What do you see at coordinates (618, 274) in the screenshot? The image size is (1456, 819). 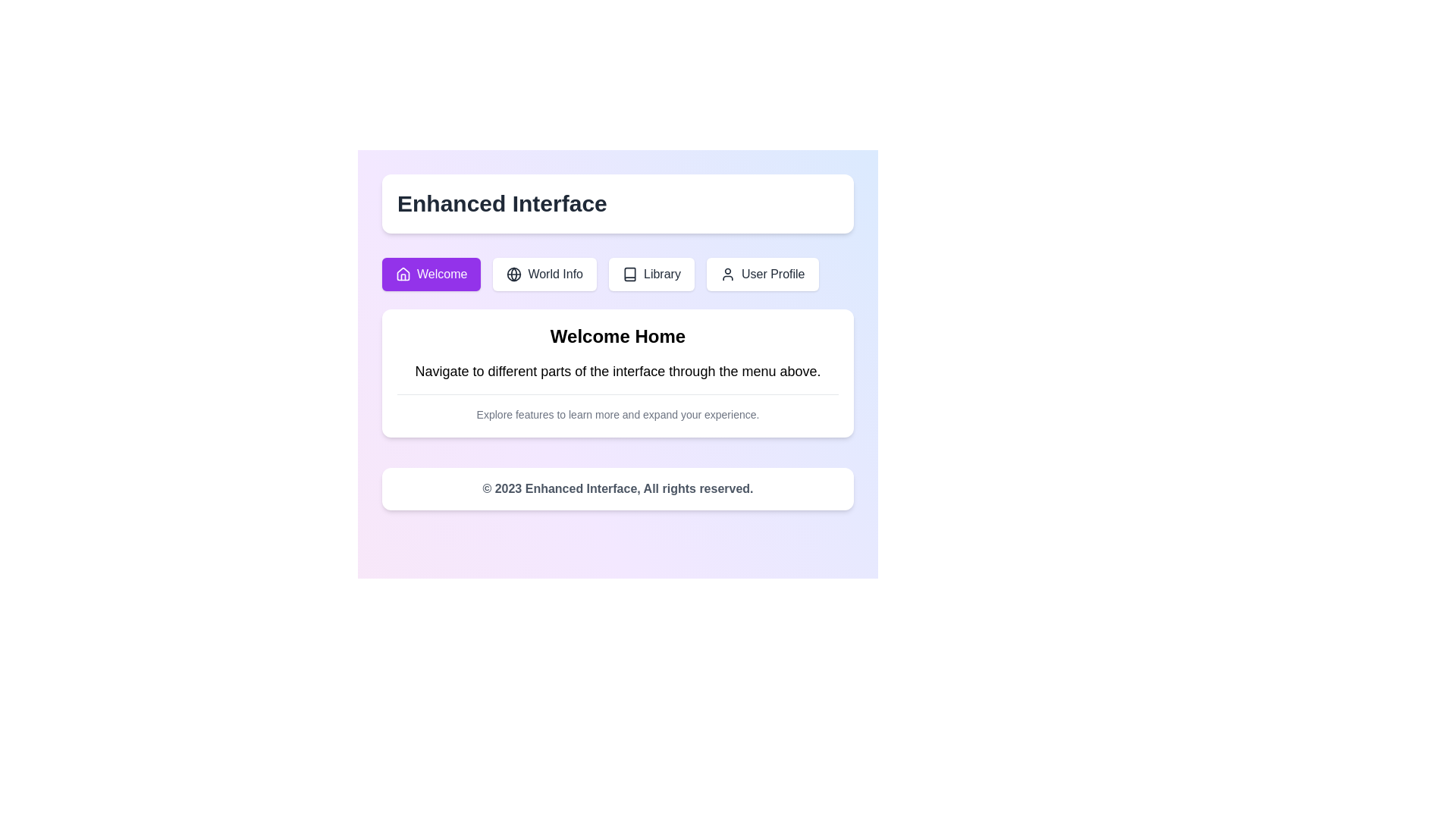 I see `the 'Library' button in the navigation menu` at bounding box center [618, 274].